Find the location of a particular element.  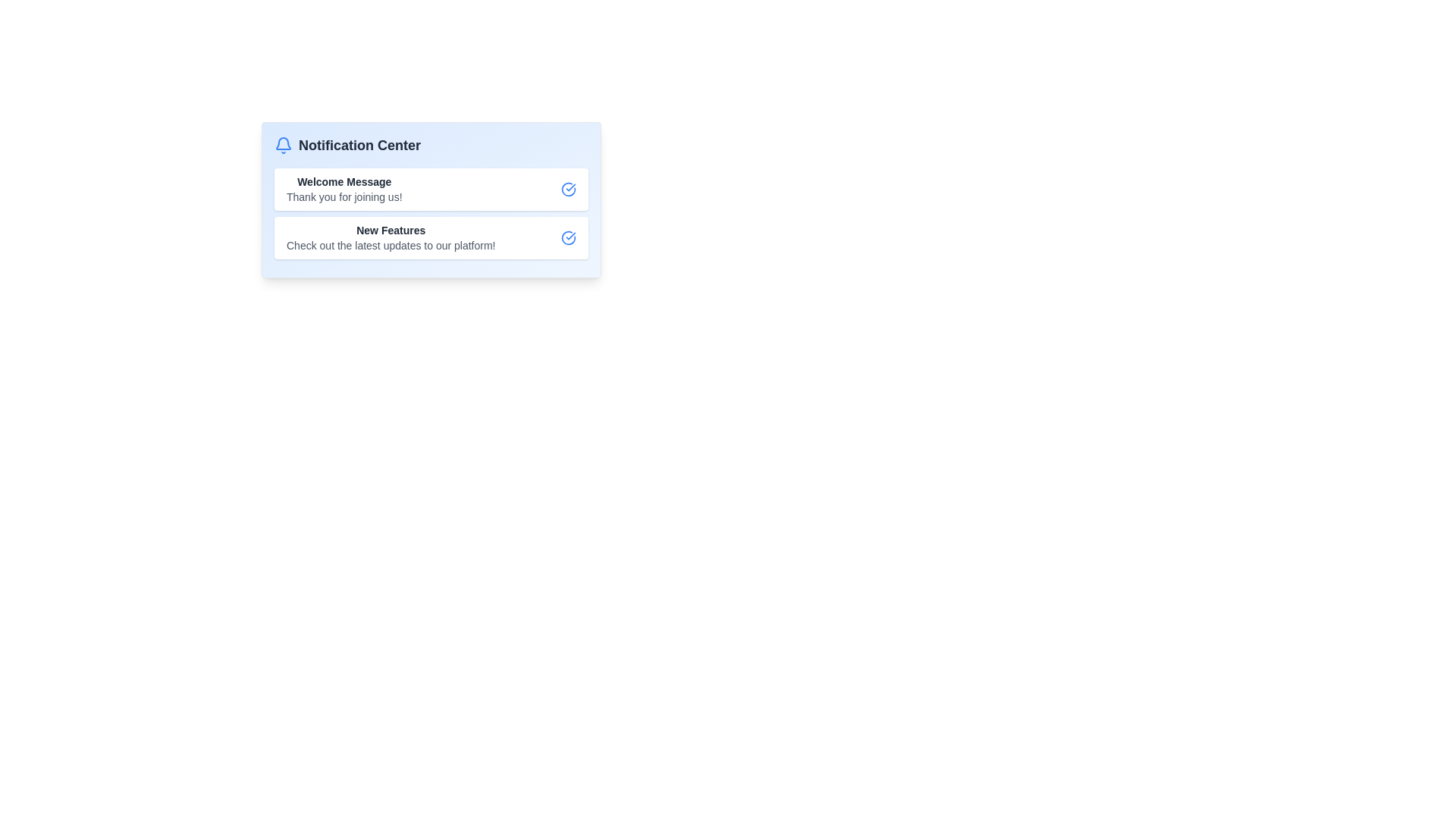

the Text display component that provides a greeting and welcome note, located in the upper-middle part of the light-blue notification center card is located at coordinates (344, 189).